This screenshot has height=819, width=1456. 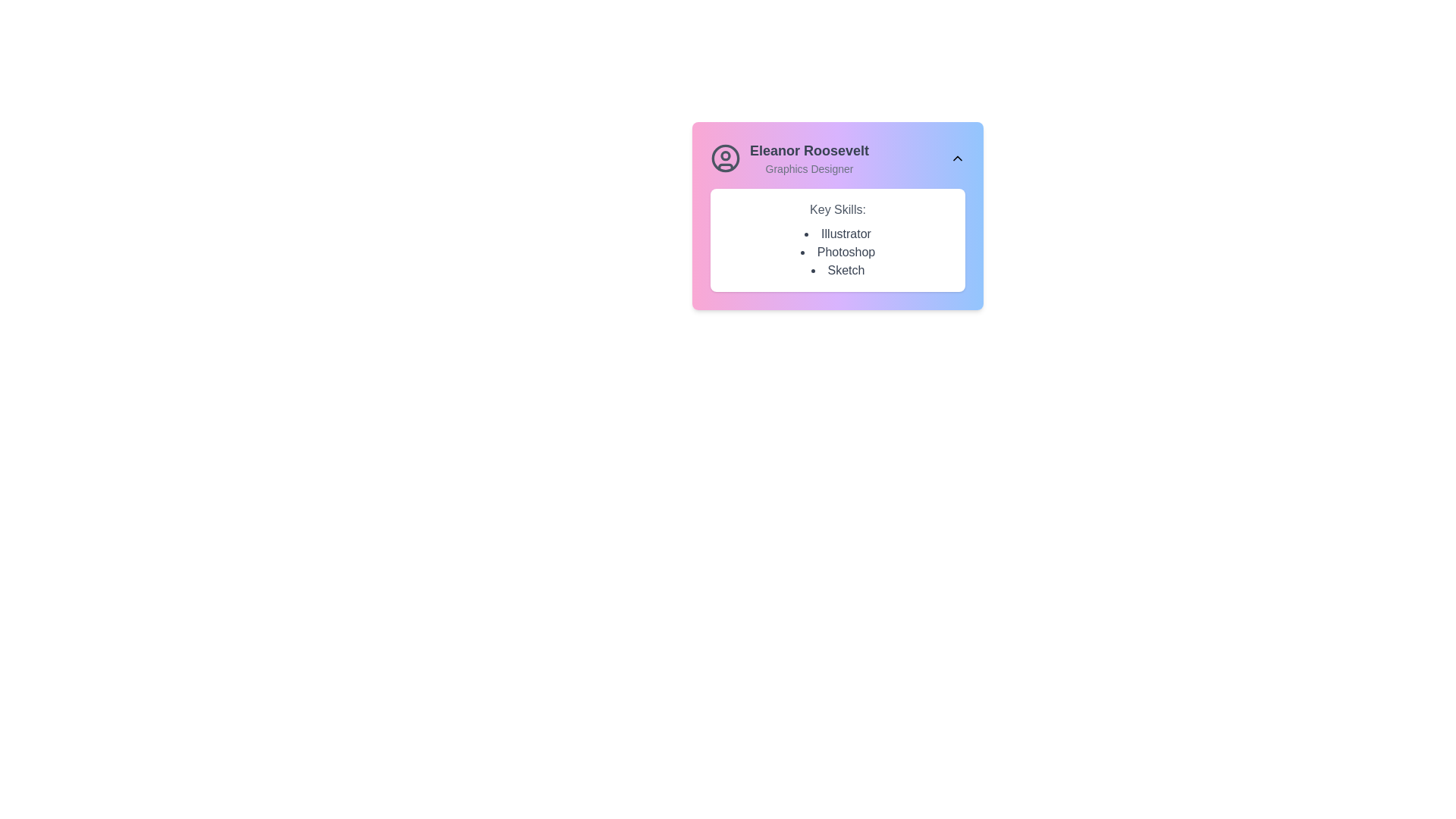 What do you see at coordinates (836, 270) in the screenshot?
I see `the 'Sketch' skill text label, which is the third item in the 'Key Skills' section of the profile card` at bounding box center [836, 270].